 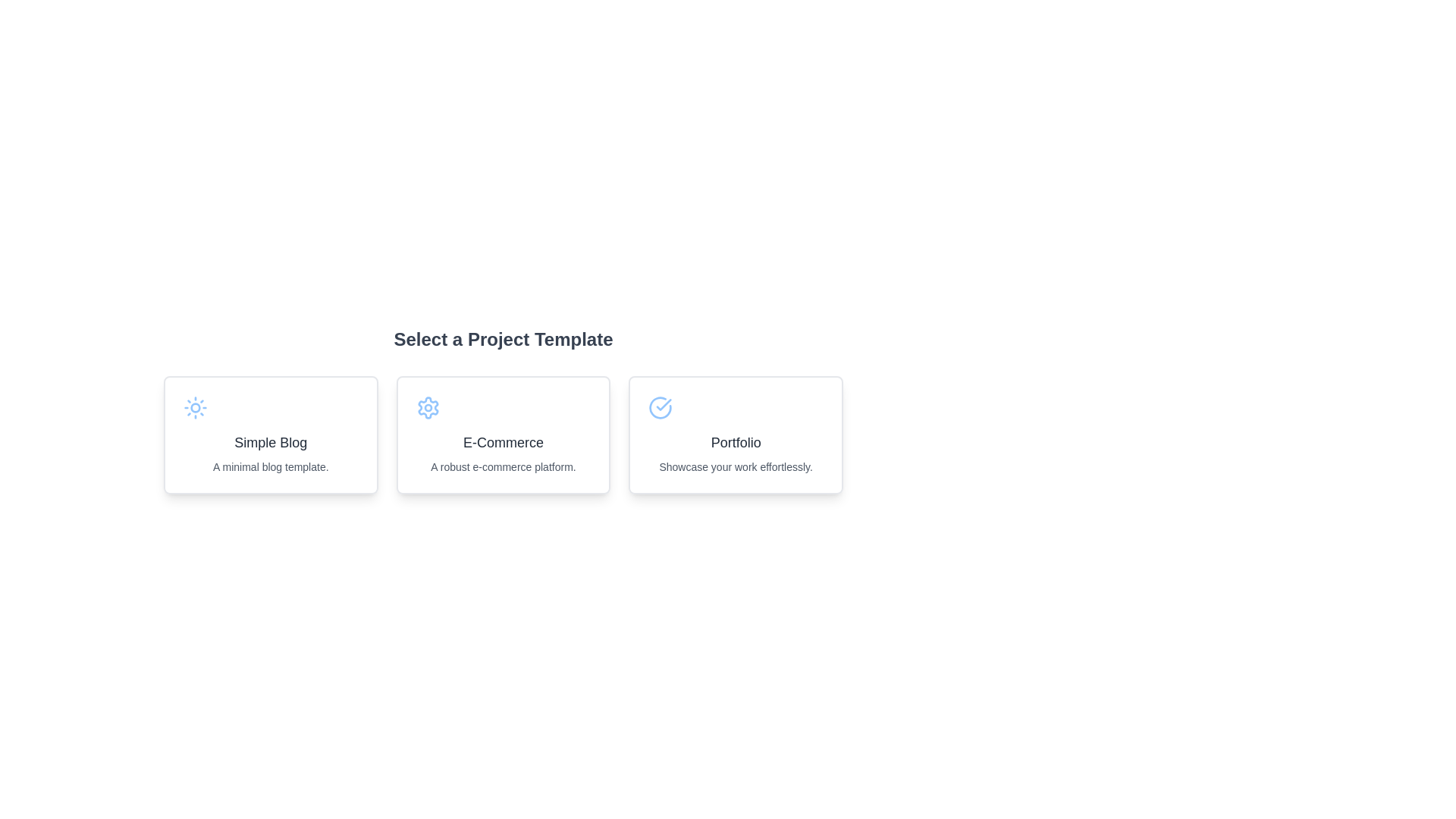 What do you see at coordinates (661, 406) in the screenshot?
I see `SVG graphical element located in the bottom right corner of the 'Portfolio' card, which serves as a visual indicator for selecting or identifying the associated template` at bounding box center [661, 406].